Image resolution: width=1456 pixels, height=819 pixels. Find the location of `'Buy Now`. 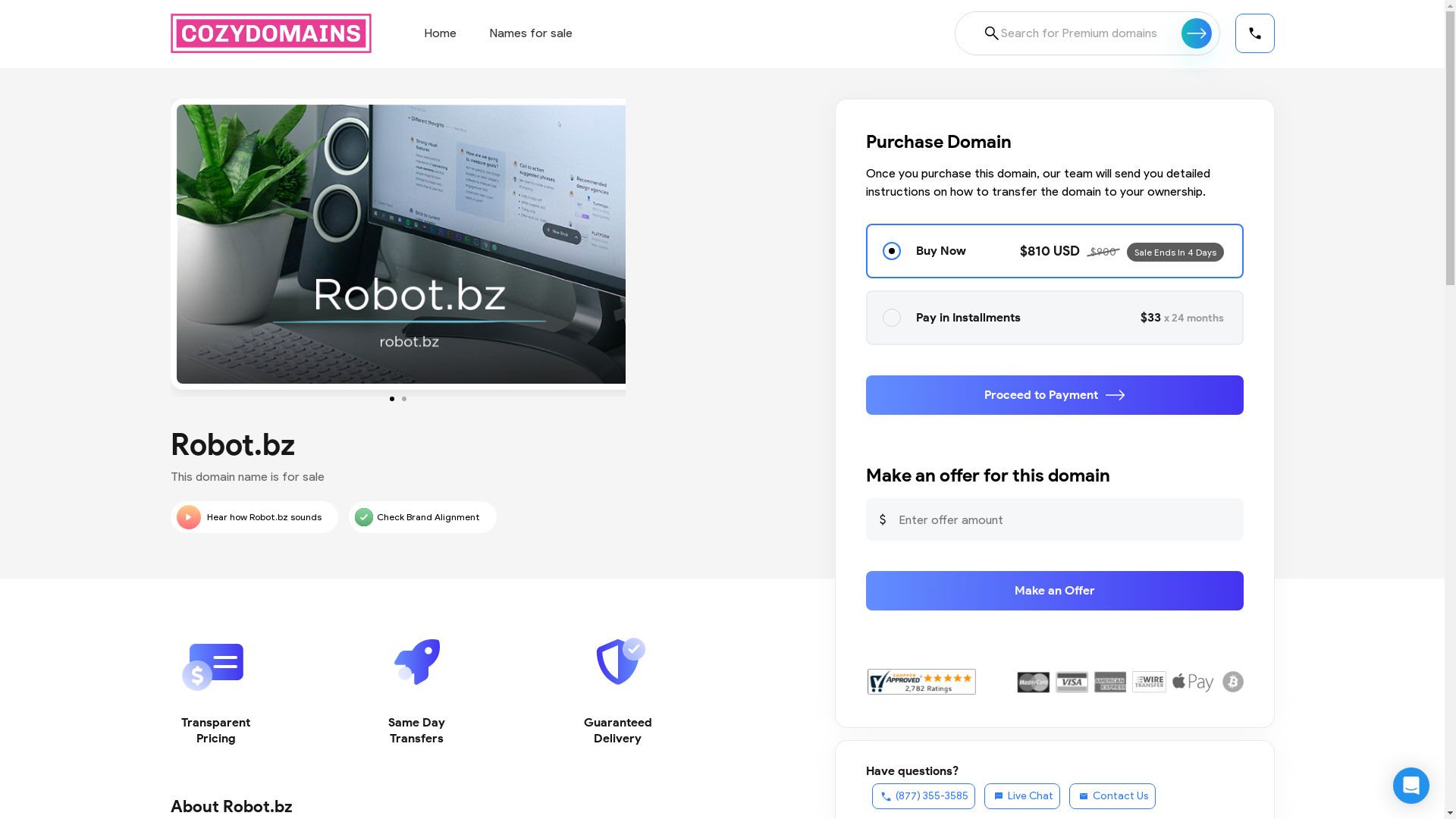

'Buy Now is located at coordinates (1054, 250).